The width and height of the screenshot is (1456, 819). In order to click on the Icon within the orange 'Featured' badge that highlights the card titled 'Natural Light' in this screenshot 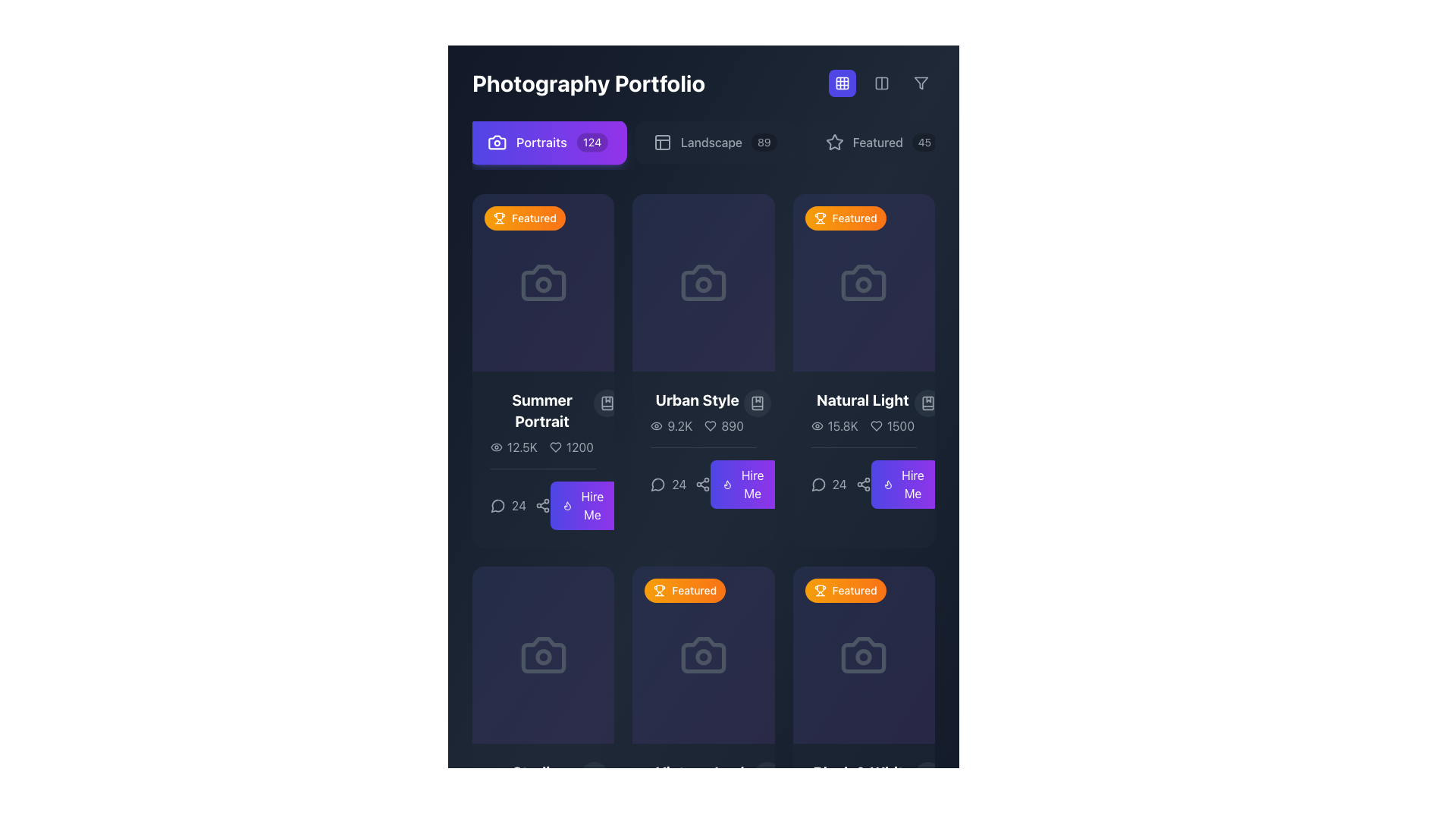, I will do `click(819, 216)`.